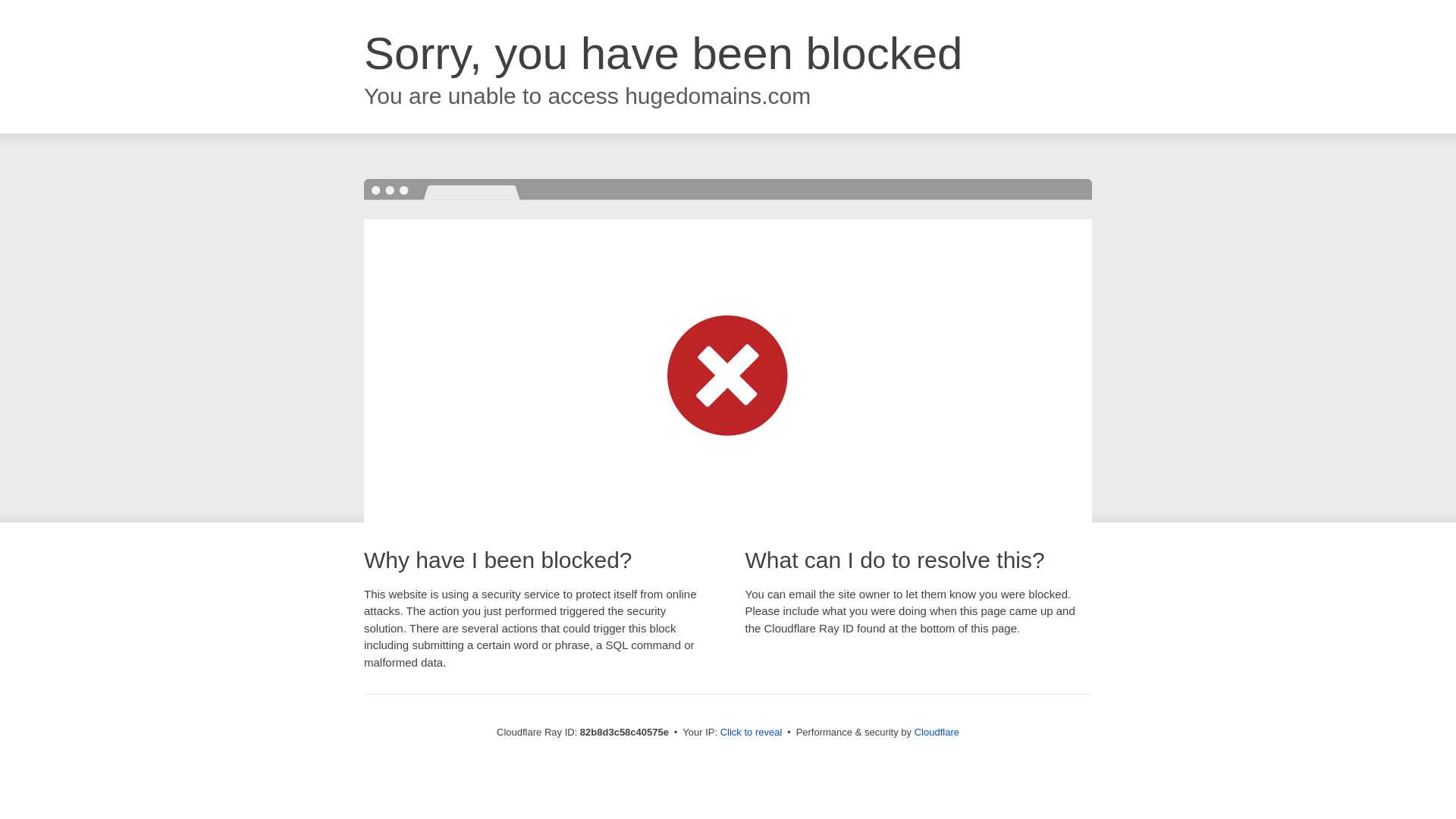 This screenshot has width=1456, height=819. I want to click on 'Click to reveal', so click(751, 731).